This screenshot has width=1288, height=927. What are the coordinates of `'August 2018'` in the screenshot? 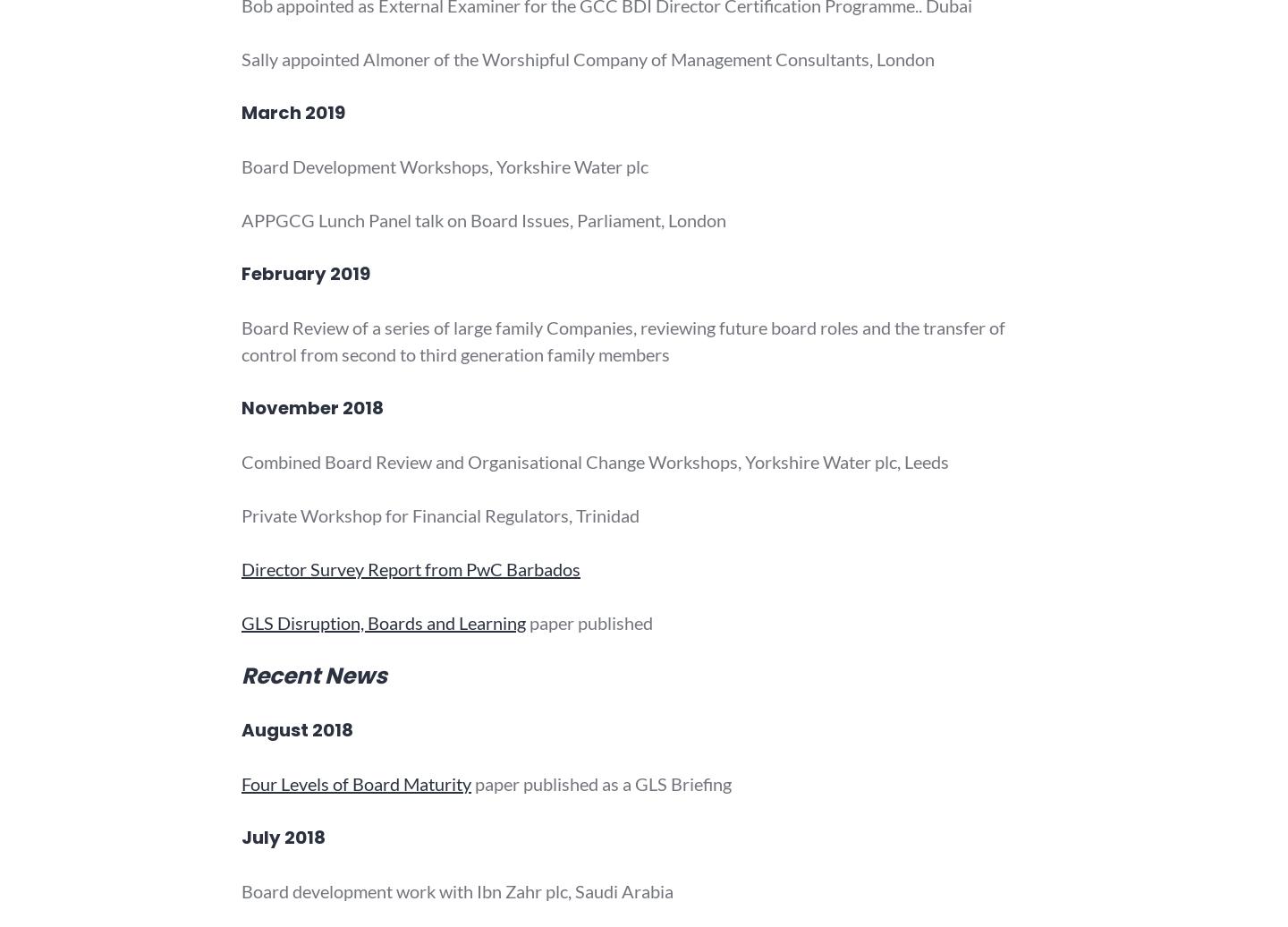 It's located at (297, 729).